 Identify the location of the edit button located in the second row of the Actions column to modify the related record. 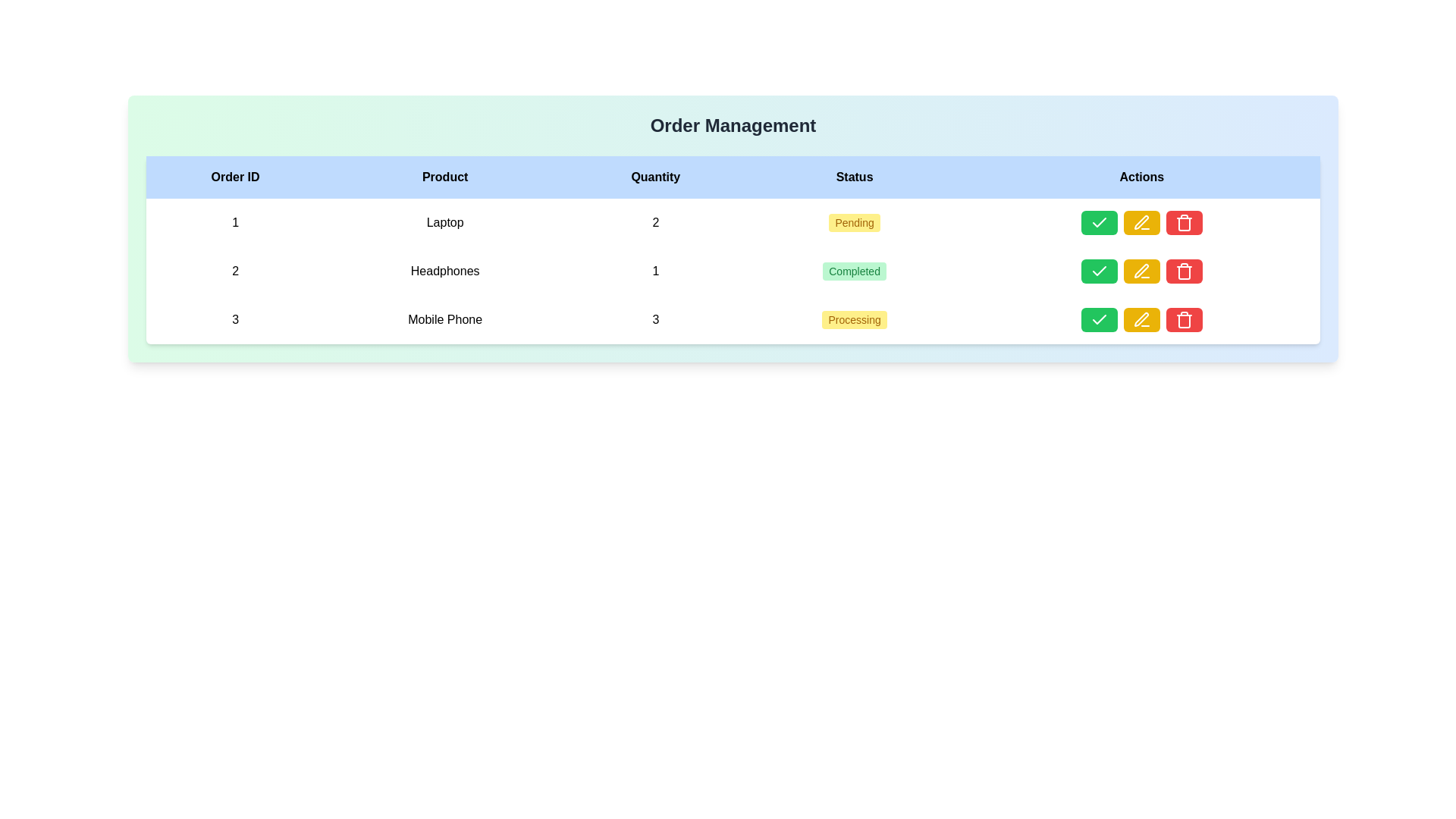
(1141, 271).